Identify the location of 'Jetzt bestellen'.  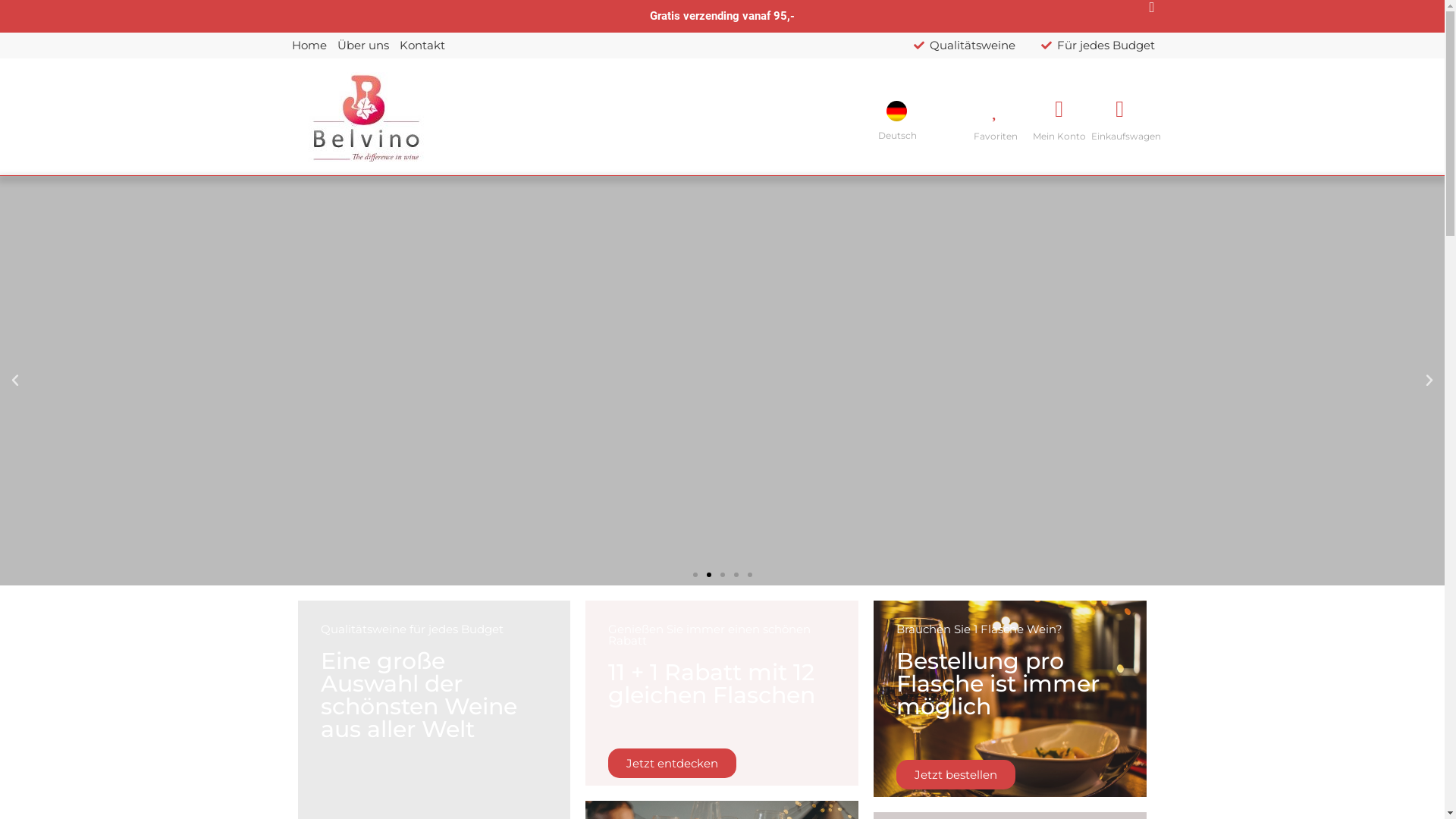
(955, 774).